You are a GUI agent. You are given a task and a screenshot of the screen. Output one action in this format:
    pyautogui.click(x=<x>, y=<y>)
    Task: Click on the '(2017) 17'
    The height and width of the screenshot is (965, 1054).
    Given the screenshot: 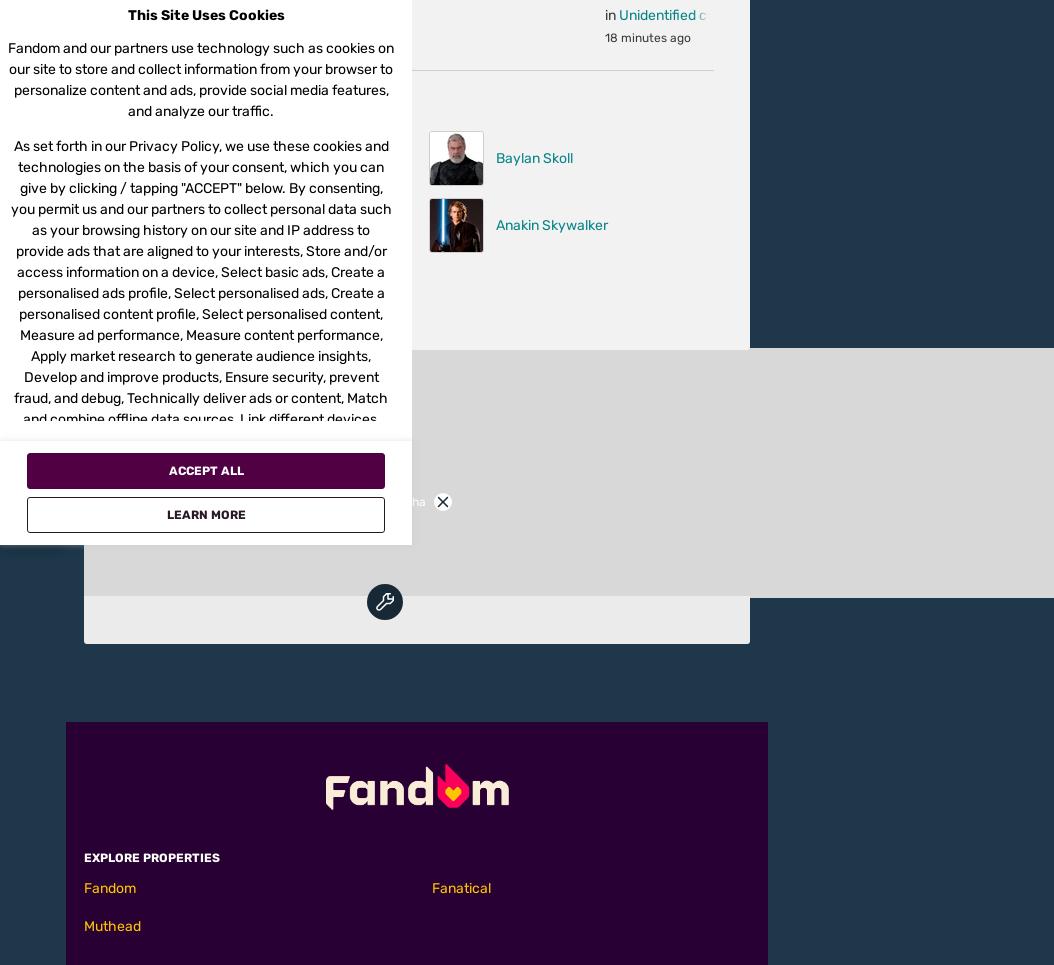 What is the action you would take?
    pyautogui.click(x=177, y=74)
    